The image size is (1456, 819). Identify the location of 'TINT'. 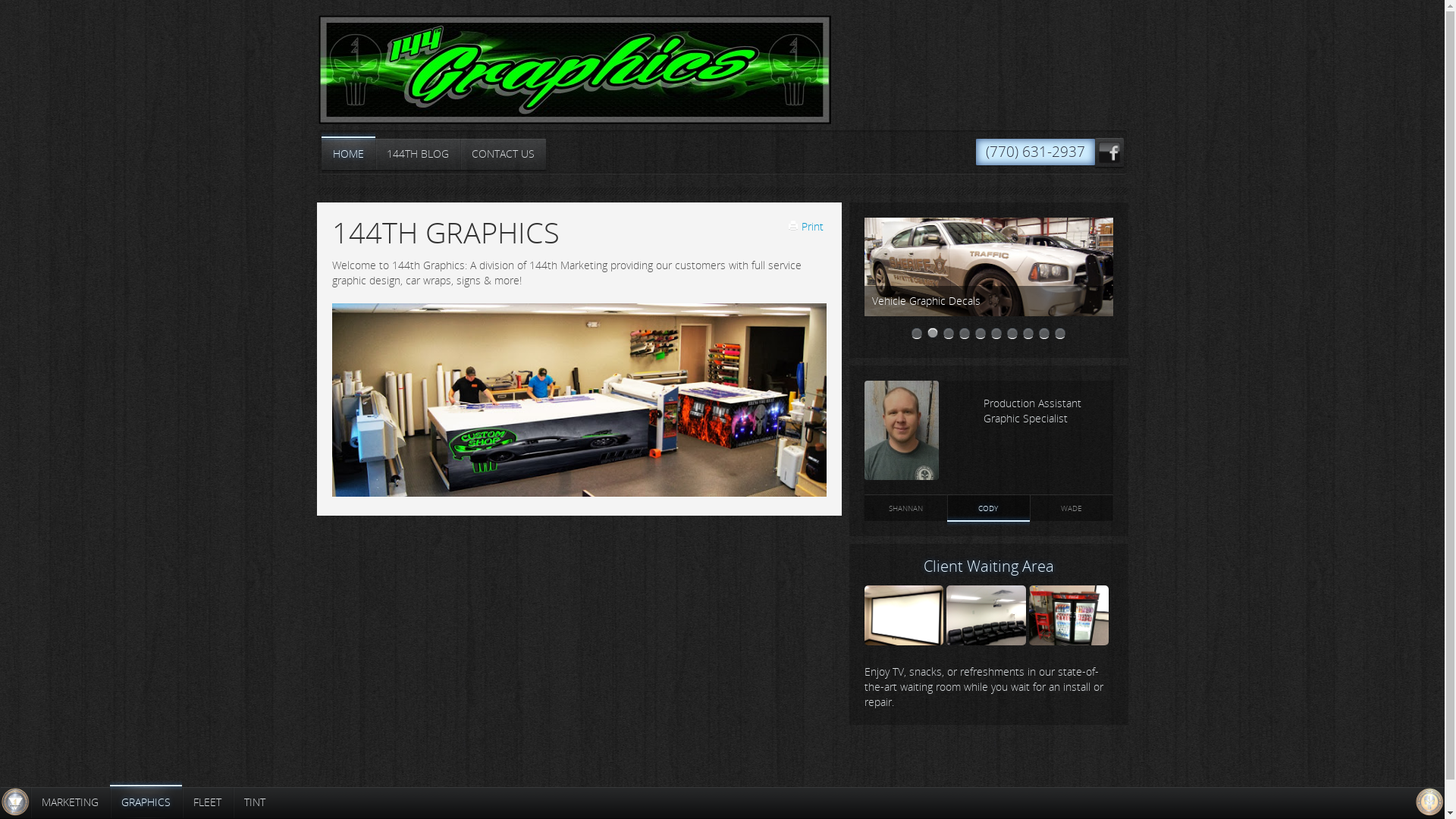
(255, 802).